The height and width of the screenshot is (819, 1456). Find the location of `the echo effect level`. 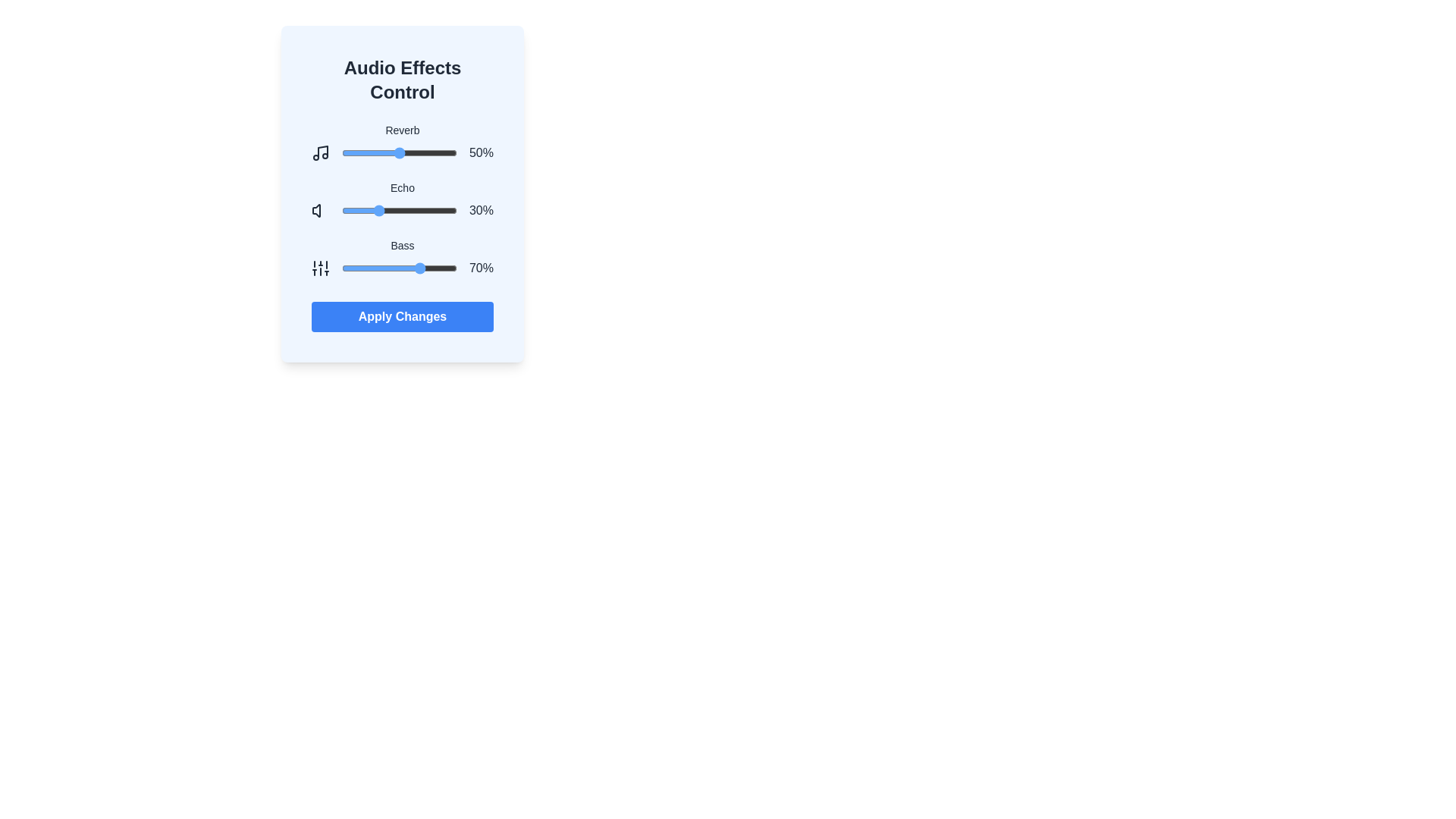

the echo effect level is located at coordinates (441, 210).